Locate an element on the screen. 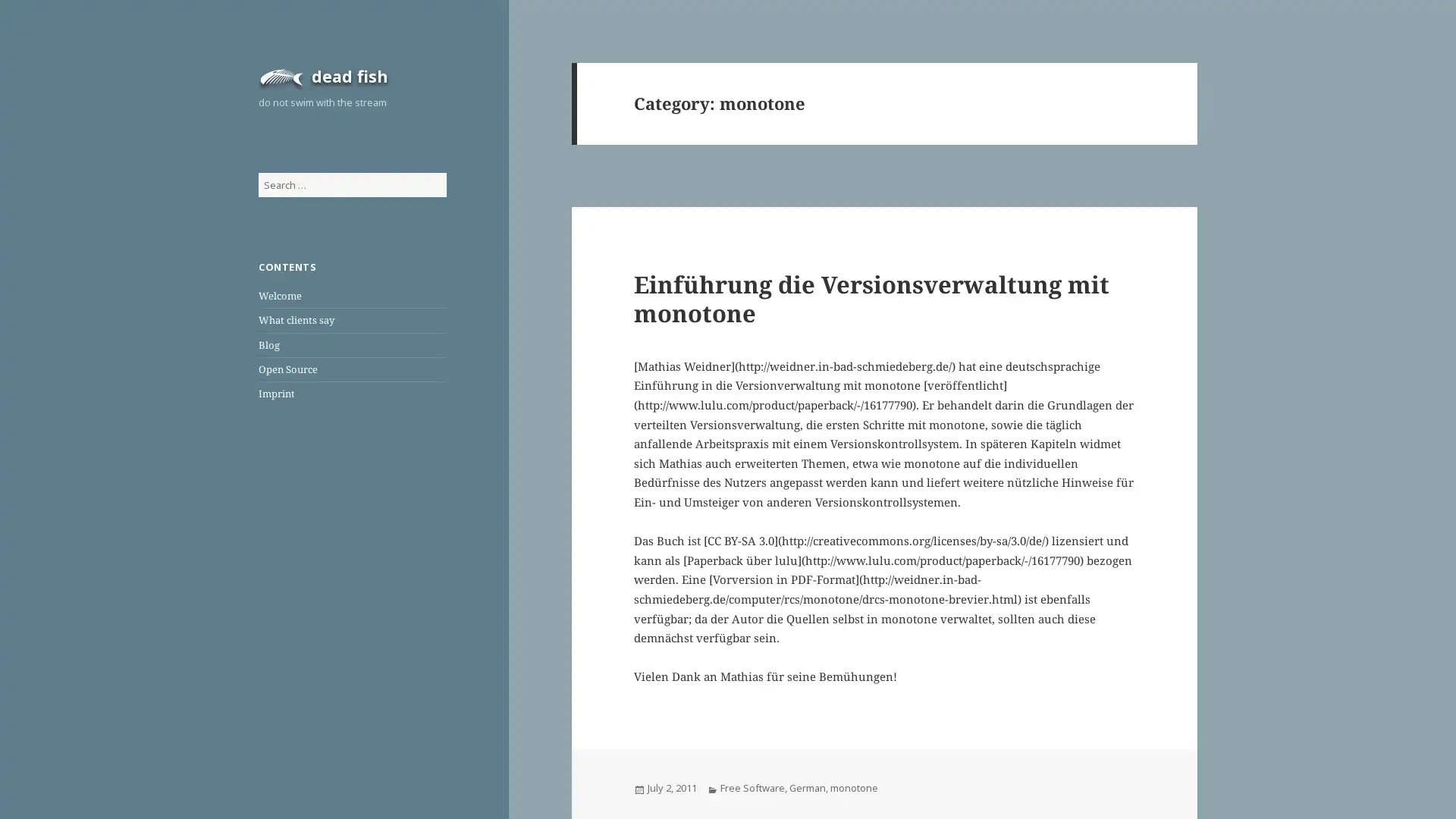  Search is located at coordinates (445, 171).